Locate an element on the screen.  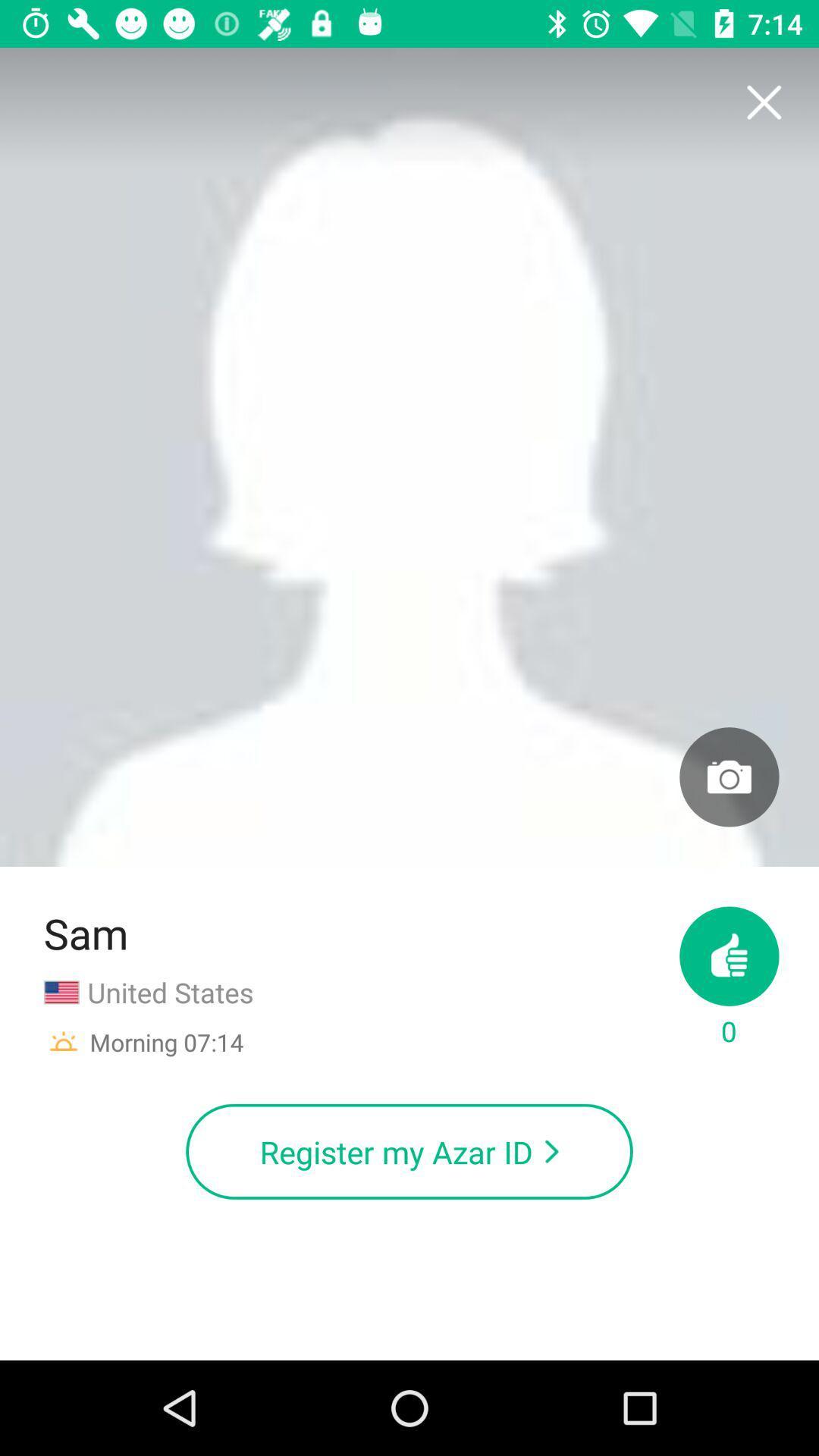
icon above the sam icon is located at coordinates (409, 457).